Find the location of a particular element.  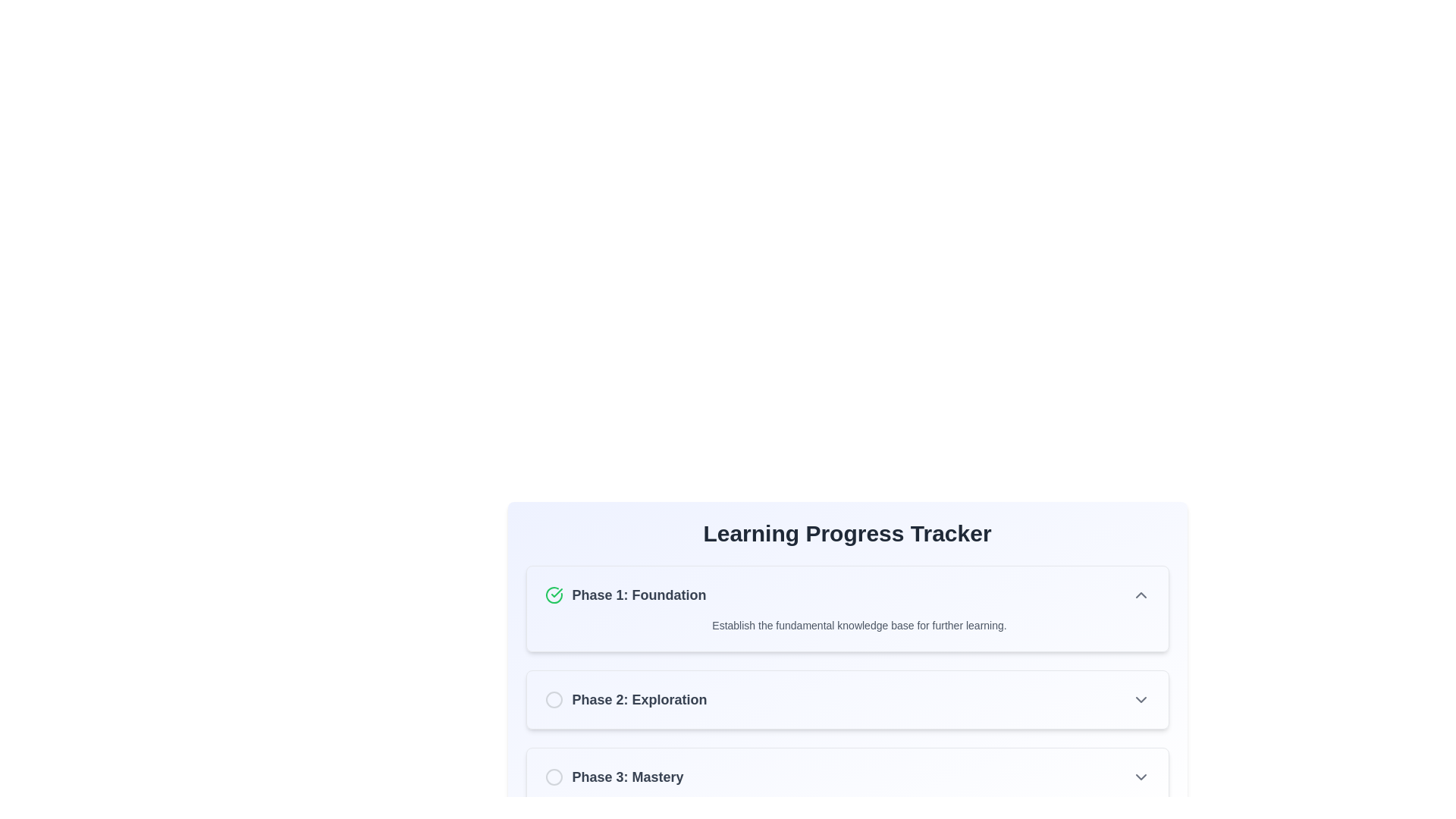

the downward-pointing chevron icon located at the far-right of the row labeled 'Phase 2: Exploration' is located at coordinates (1141, 699).